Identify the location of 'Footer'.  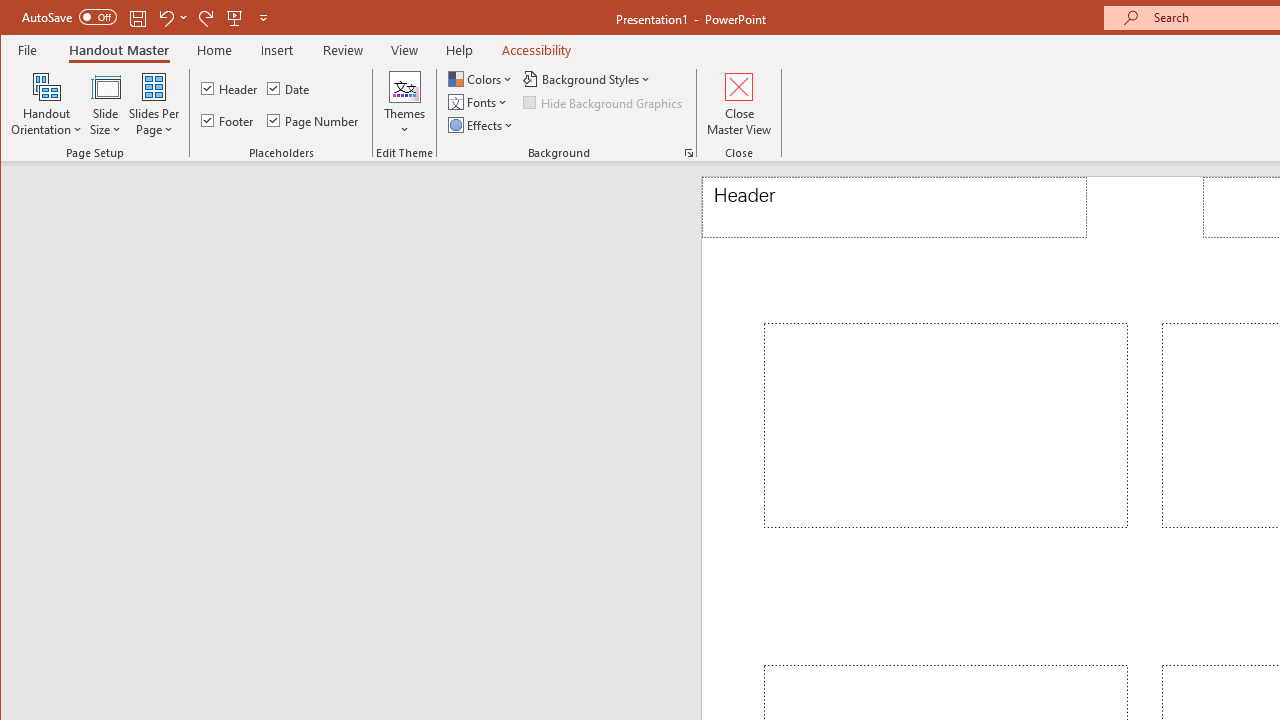
(229, 120).